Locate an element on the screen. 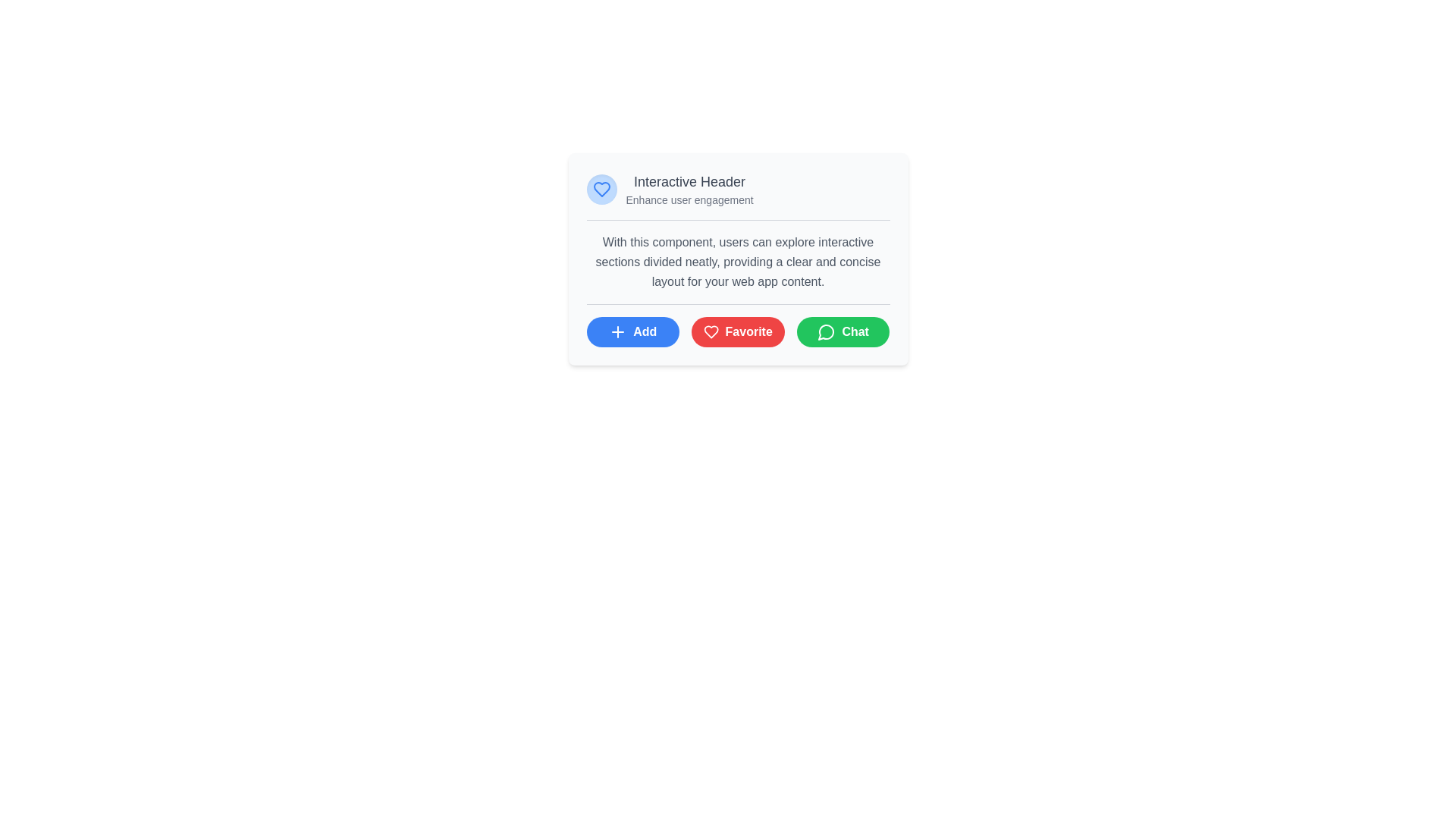 This screenshot has width=1456, height=819. the third button in the grid that initiates a chat or opens a messaging interface for interactivity effects is located at coordinates (843, 331).